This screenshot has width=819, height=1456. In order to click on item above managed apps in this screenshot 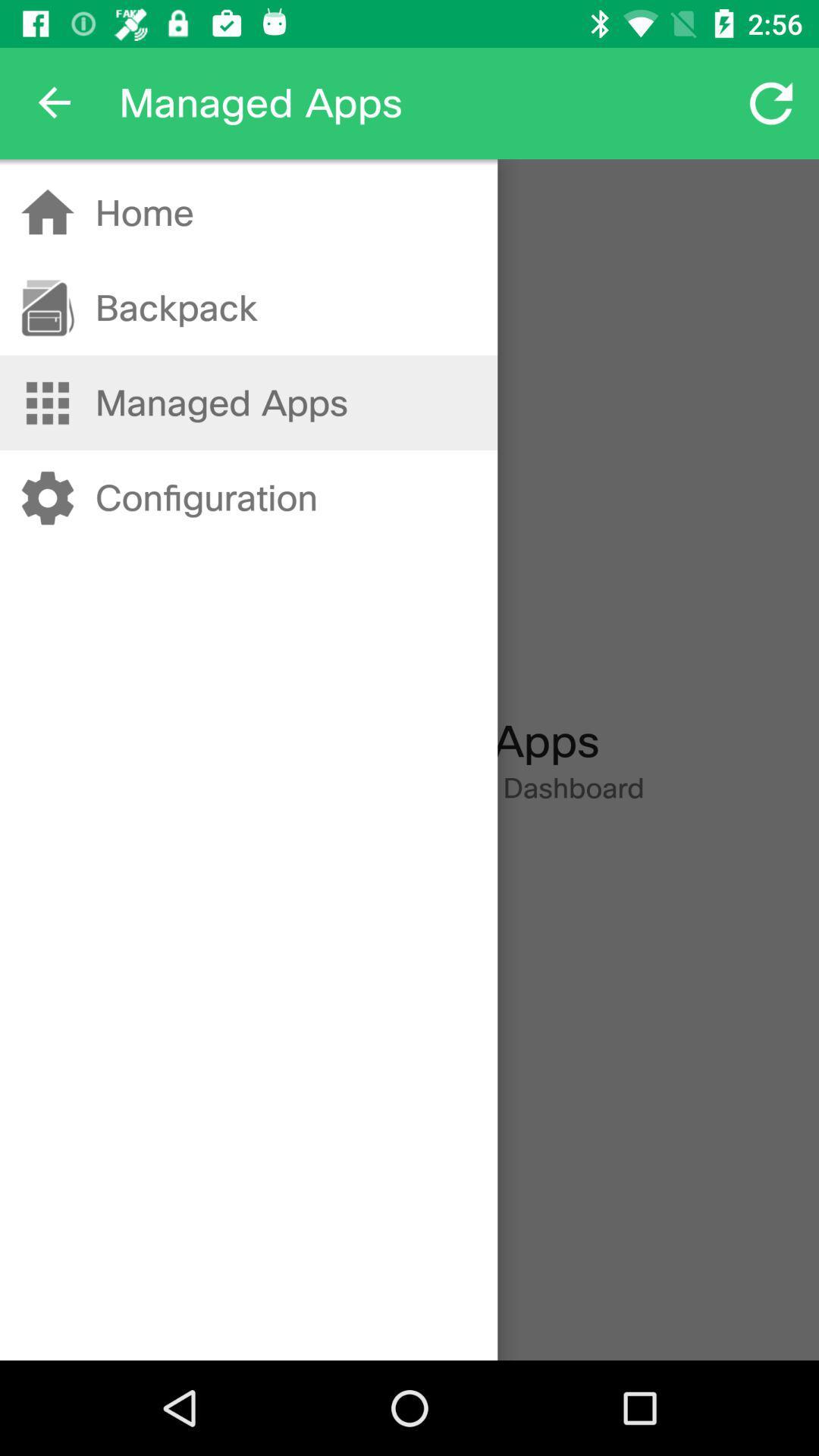, I will do `click(175, 307)`.